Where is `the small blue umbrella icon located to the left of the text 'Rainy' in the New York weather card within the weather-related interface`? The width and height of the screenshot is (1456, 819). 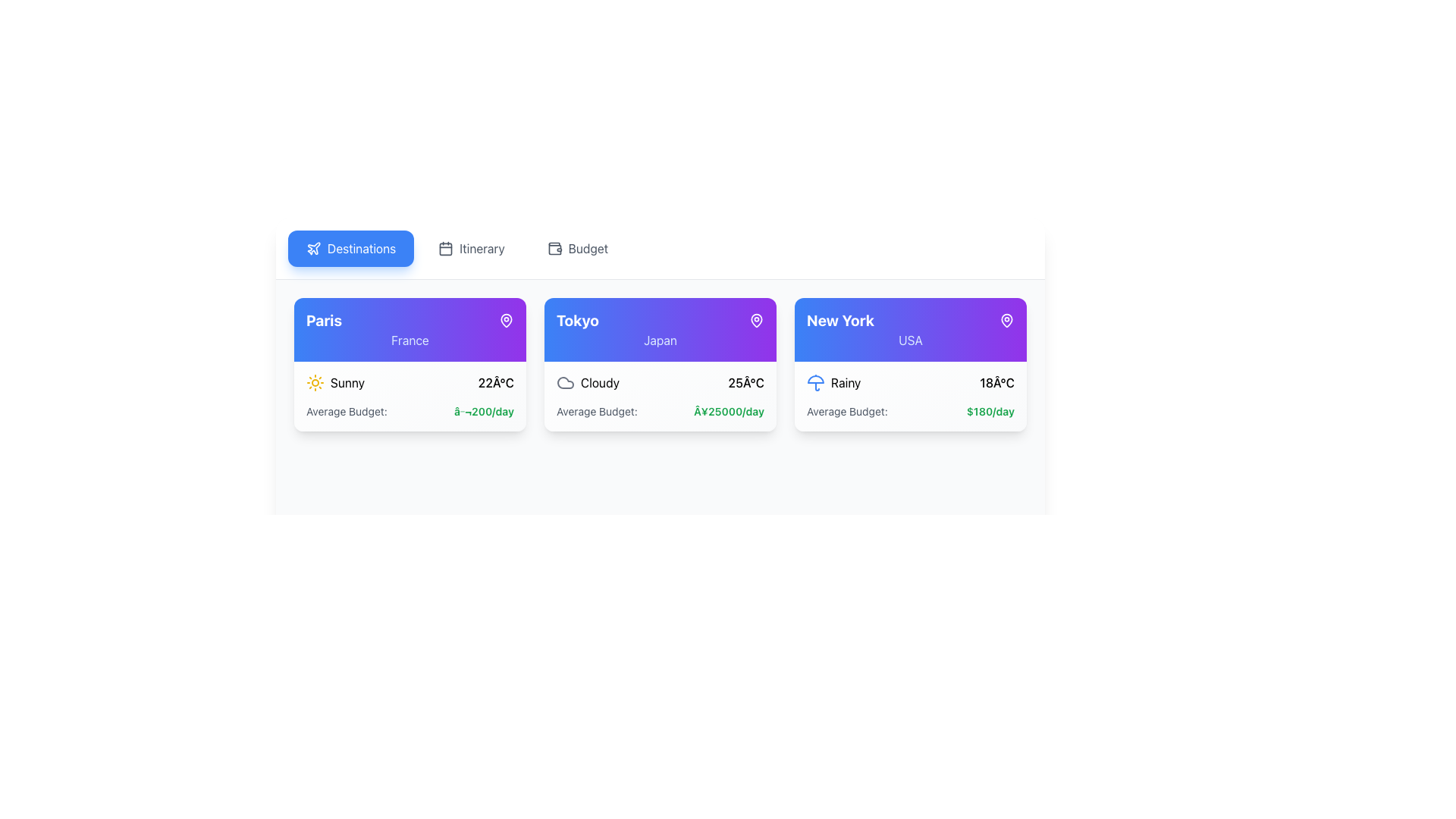 the small blue umbrella icon located to the left of the text 'Rainy' in the New York weather card within the weather-related interface is located at coordinates (814, 382).